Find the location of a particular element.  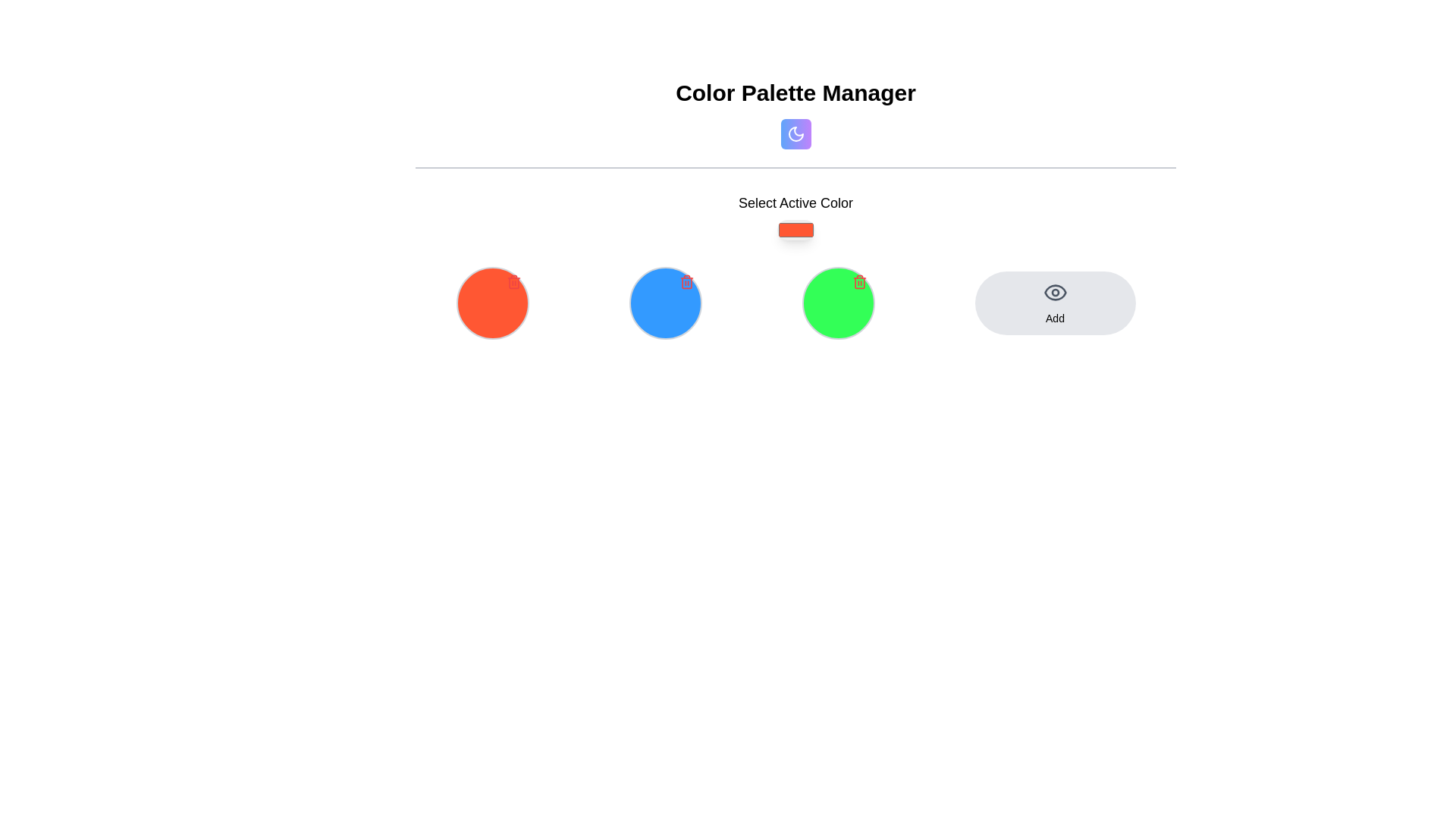

the Eye icon, which is part of the 'Add' button located on the right side of a row of color circles, to trigger the visibility action is located at coordinates (1054, 292).